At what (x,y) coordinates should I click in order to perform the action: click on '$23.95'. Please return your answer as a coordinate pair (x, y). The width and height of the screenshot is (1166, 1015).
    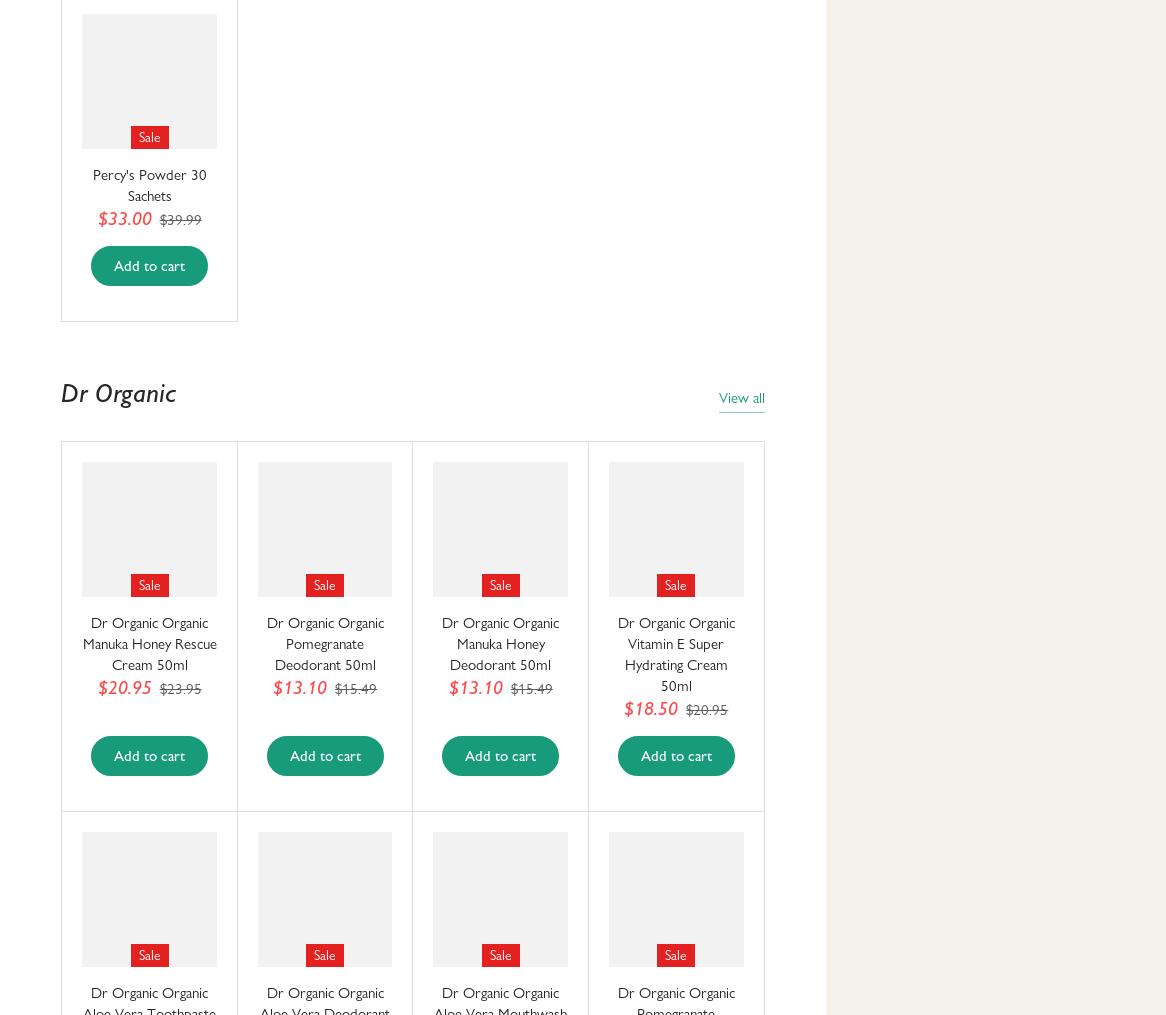
    Looking at the image, I should click on (179, 688).